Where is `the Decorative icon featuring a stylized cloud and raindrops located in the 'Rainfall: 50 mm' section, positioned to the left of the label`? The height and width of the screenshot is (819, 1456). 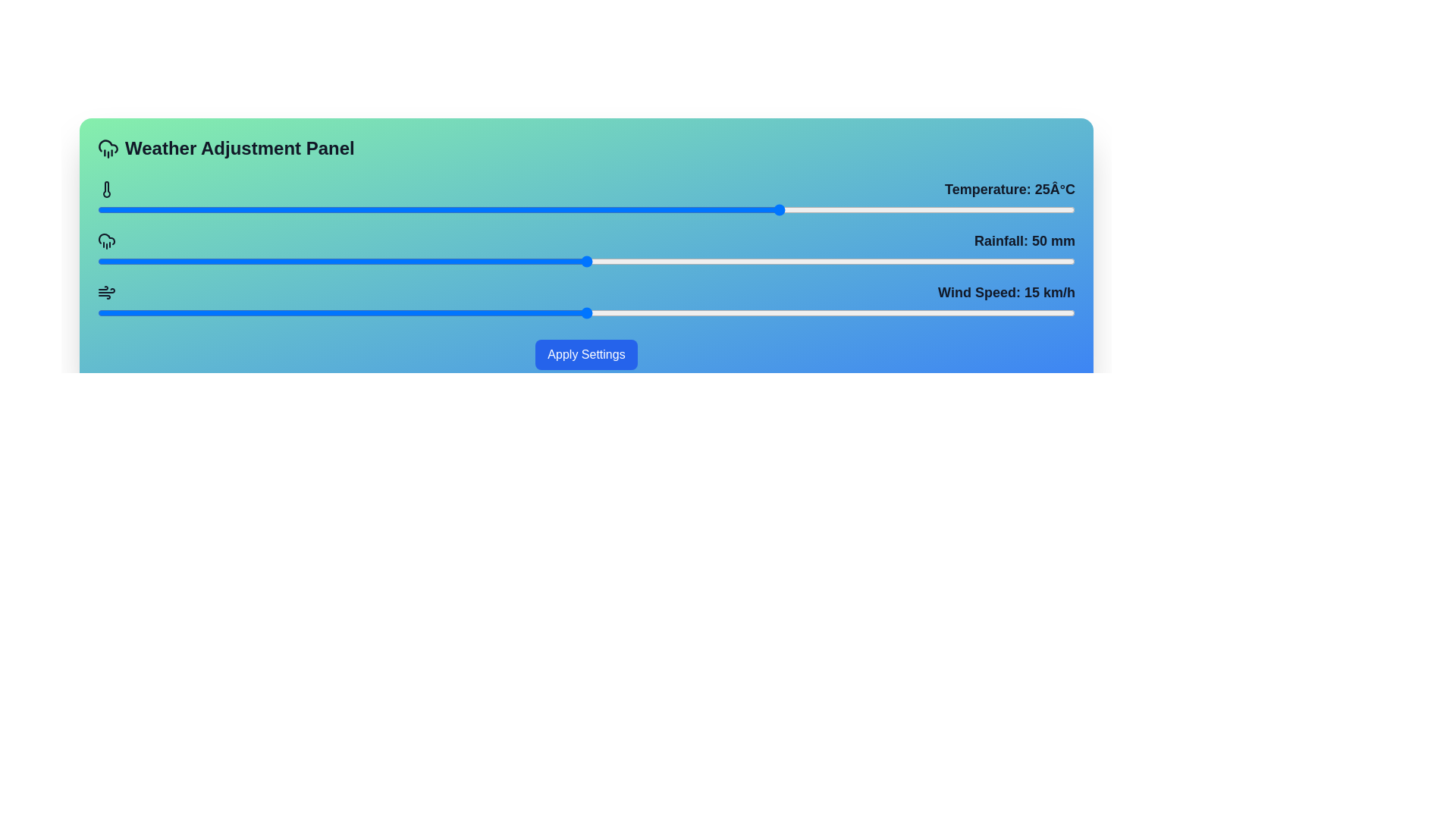 the Decorative icon featuring a stylized cloud and raindrops located in the 'Rainfall: 50 mm' section, positioned to the left of the label is located at coordinates (105, 240).